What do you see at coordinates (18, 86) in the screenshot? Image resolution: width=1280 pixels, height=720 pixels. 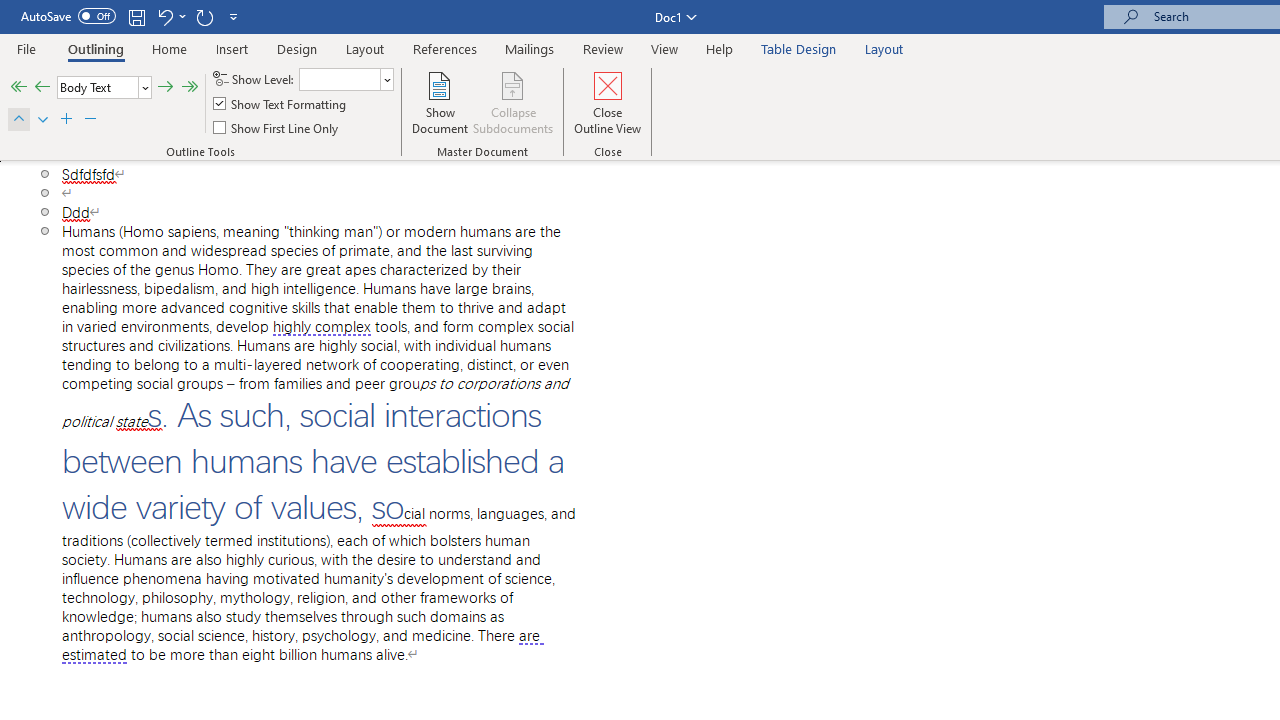 I see `'Promote to Heading 1'` at bounding box center [18, 86].